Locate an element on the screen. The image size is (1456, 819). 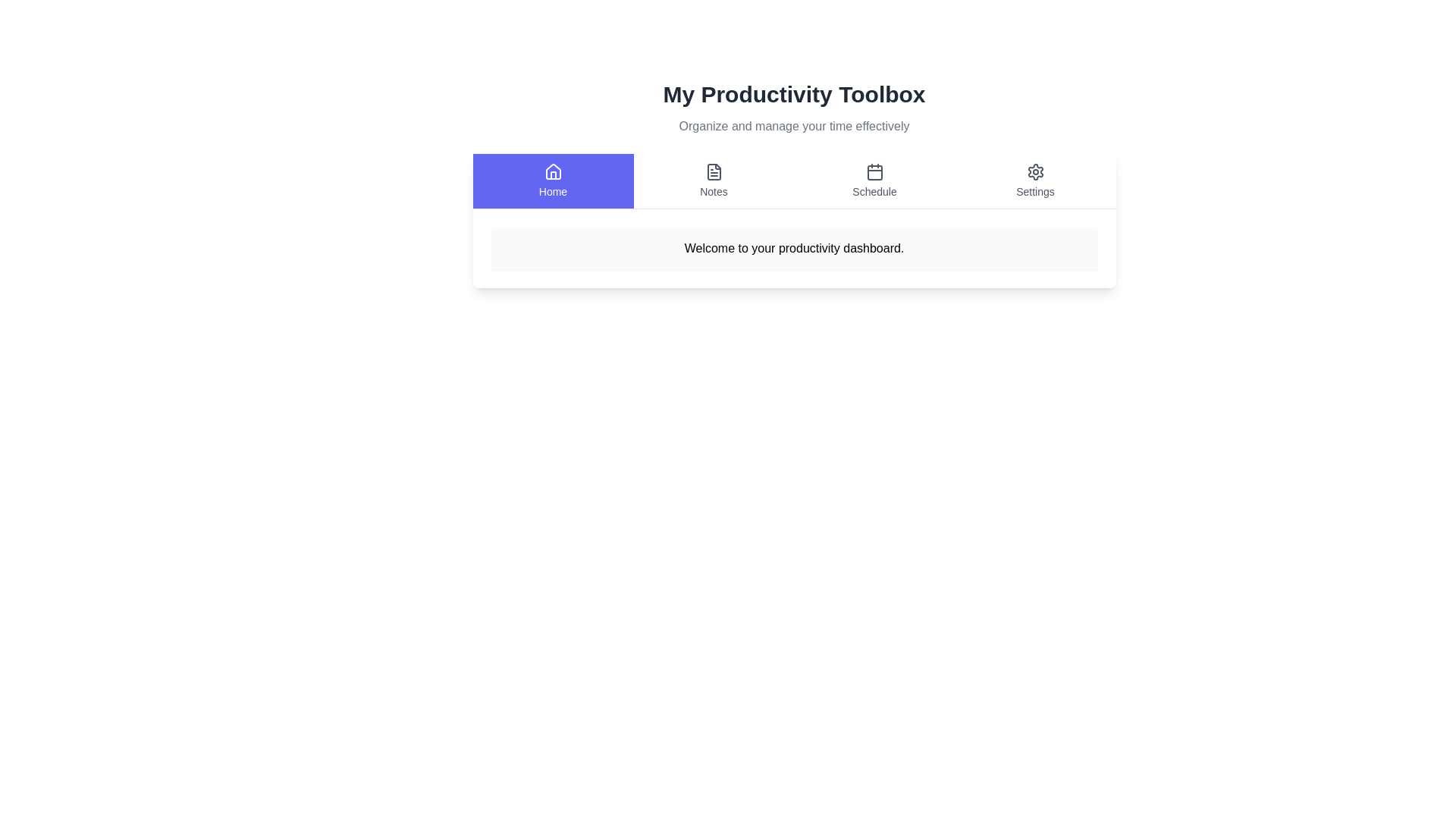
the Settings button located on the far-right side of the navigation bar to change its background color is located at coordinates (1034, 180).